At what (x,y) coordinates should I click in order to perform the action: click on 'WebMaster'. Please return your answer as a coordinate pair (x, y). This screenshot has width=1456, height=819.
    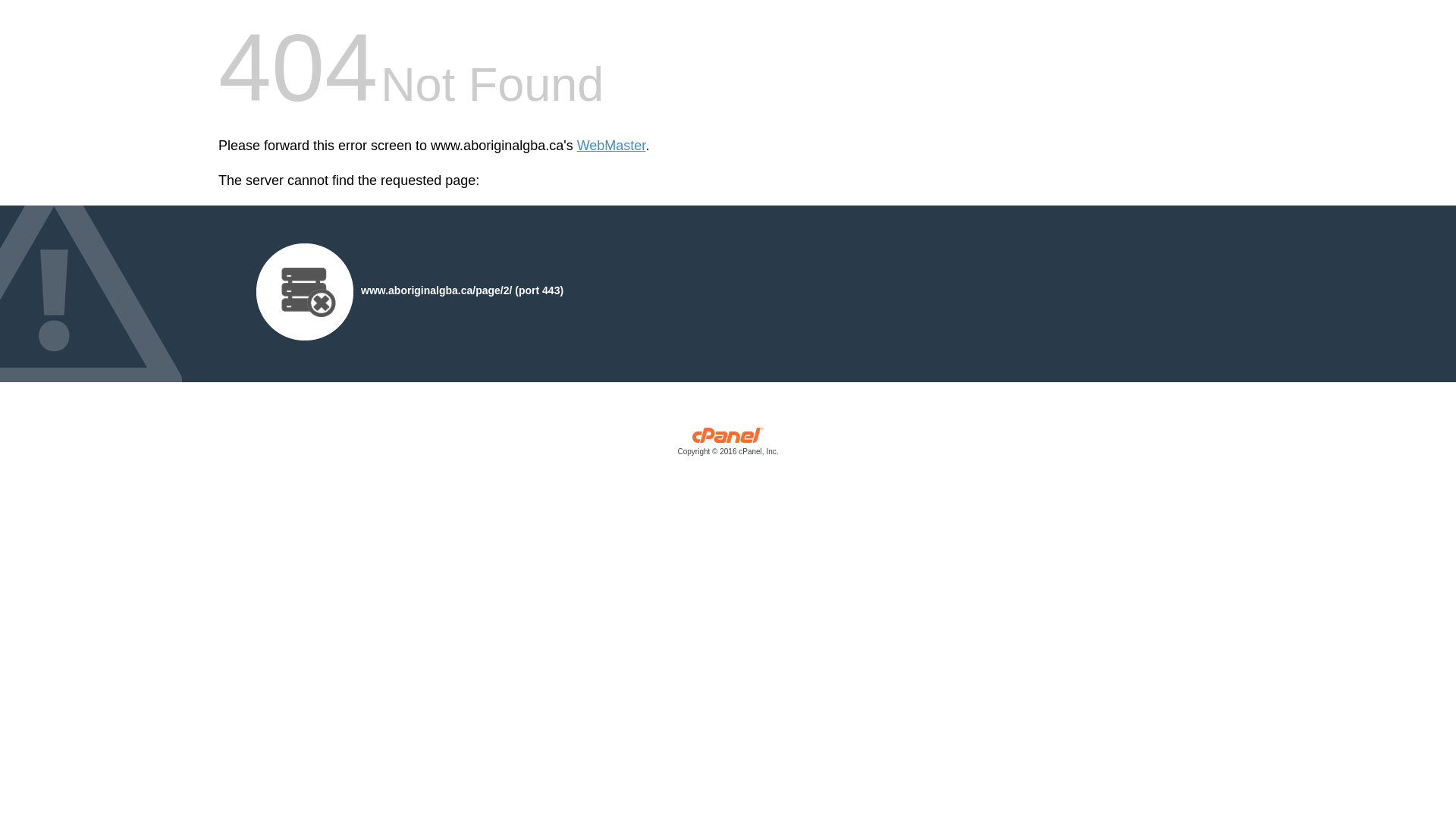
    Looking at the image, I should click on (611, 146).